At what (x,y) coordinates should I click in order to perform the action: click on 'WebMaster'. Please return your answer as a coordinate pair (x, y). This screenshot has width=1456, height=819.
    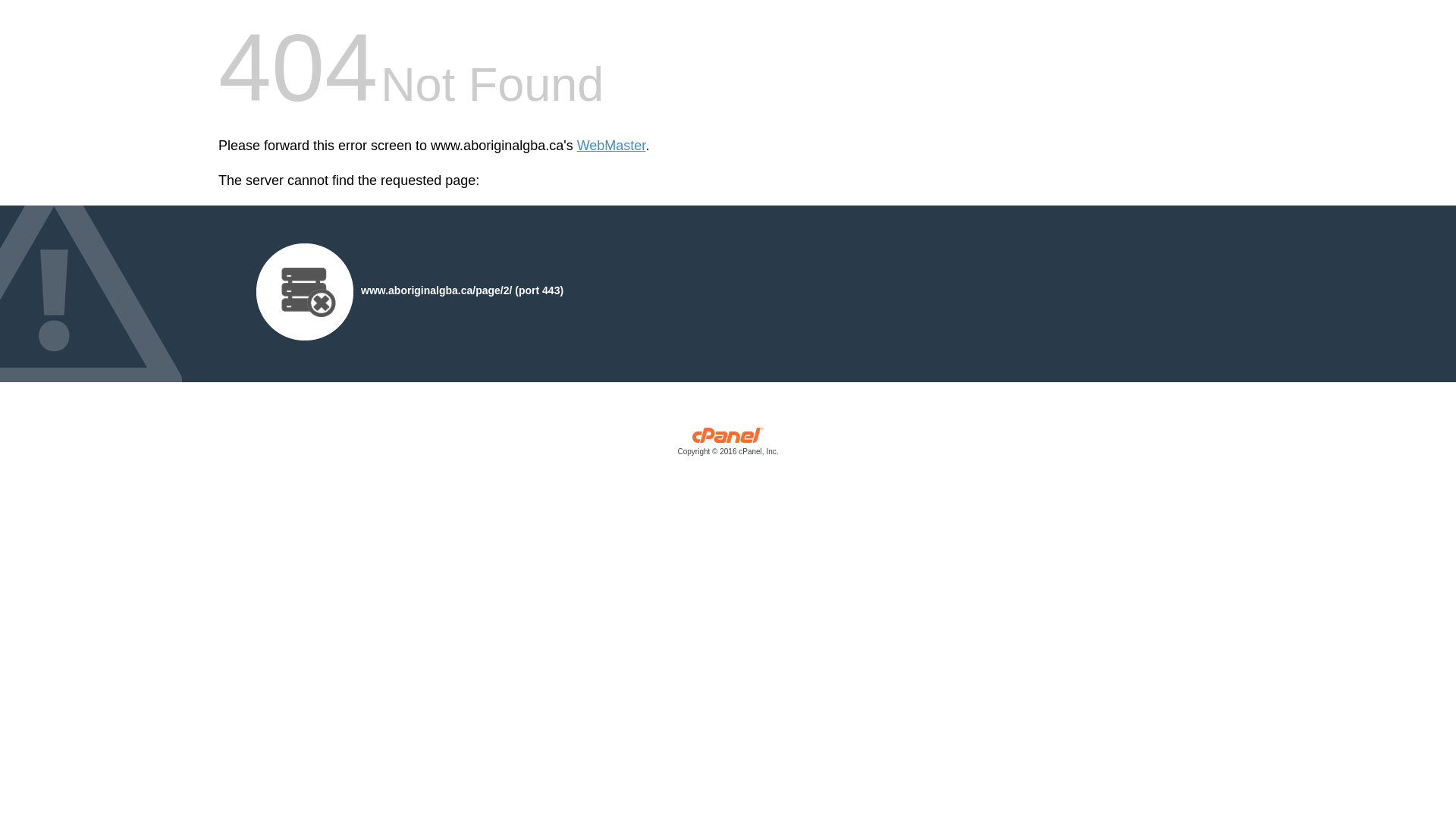
    Looking at the image, I should click on (611, 146).